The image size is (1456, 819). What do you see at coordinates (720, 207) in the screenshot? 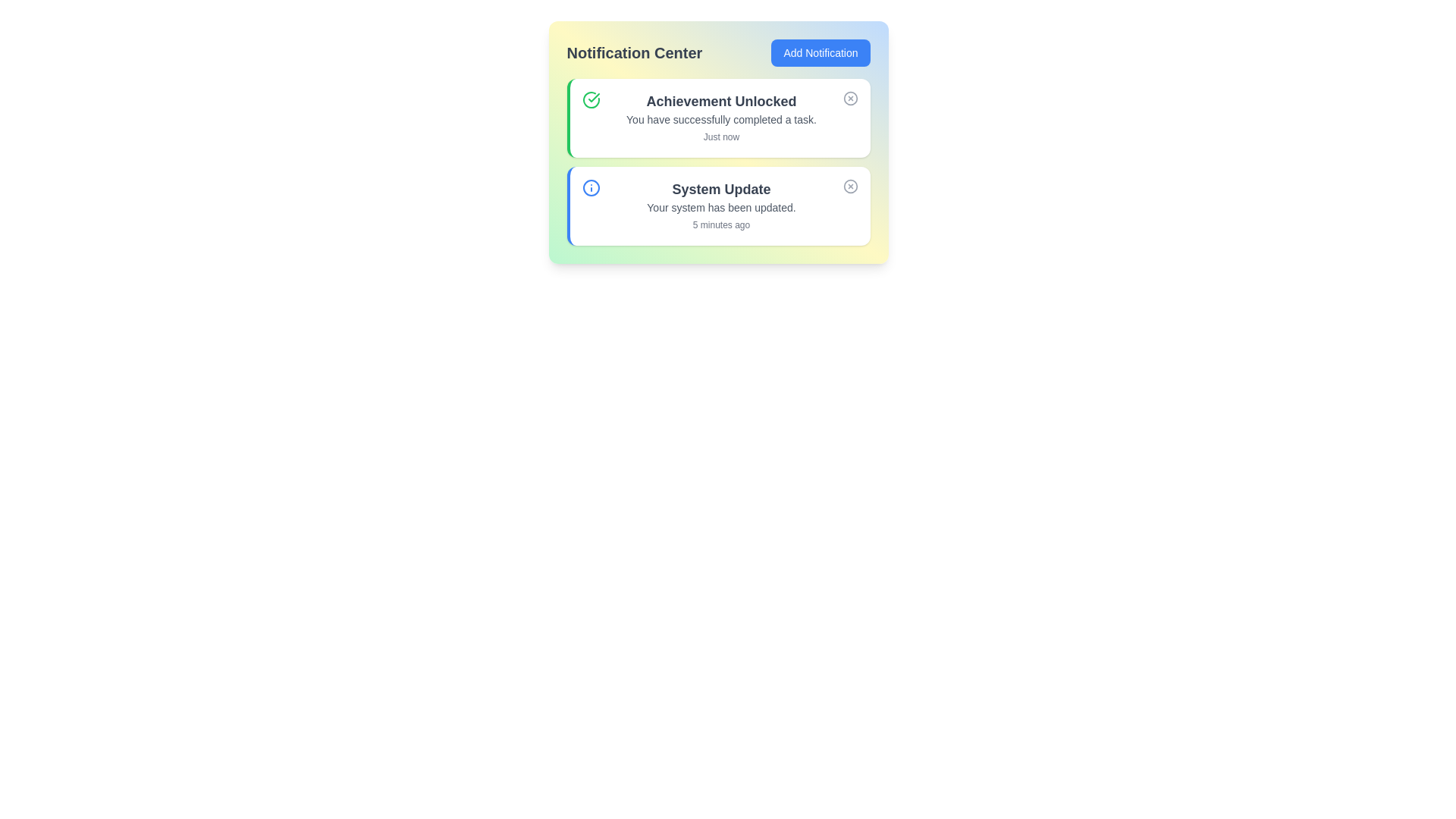
I see `the TextDisplay element that provides details about the system update, located below the 'System Update' heading and above the '5 minutes ago' timestamp in the notification card` at bounding box center [720, 207].